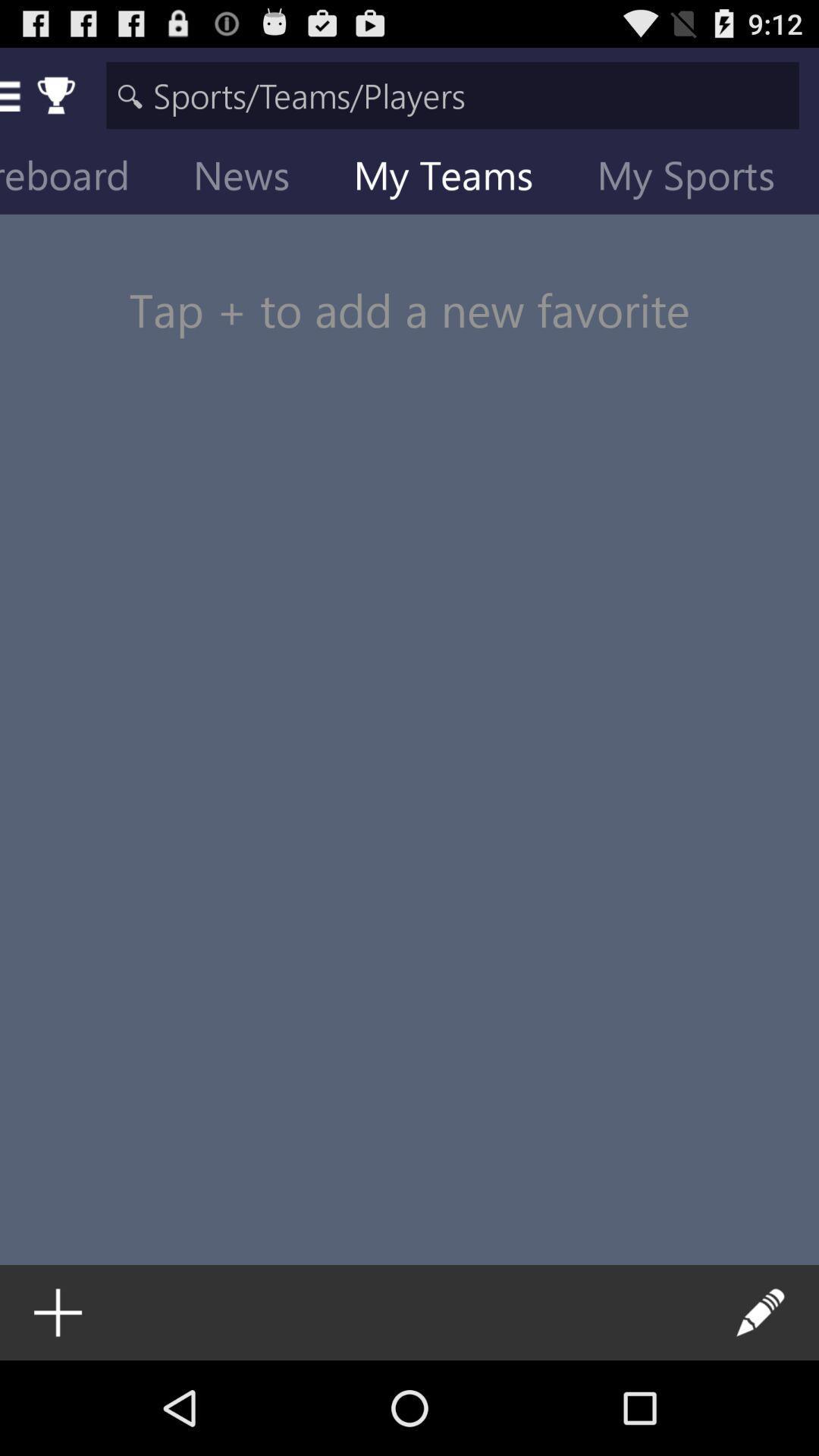 The height and width of the screenshot is (1456, 819). What do you see at coordinates (86, 178) in the screenshot?
I see `the icon to the left of the news item` at bounding box center [86, 178].